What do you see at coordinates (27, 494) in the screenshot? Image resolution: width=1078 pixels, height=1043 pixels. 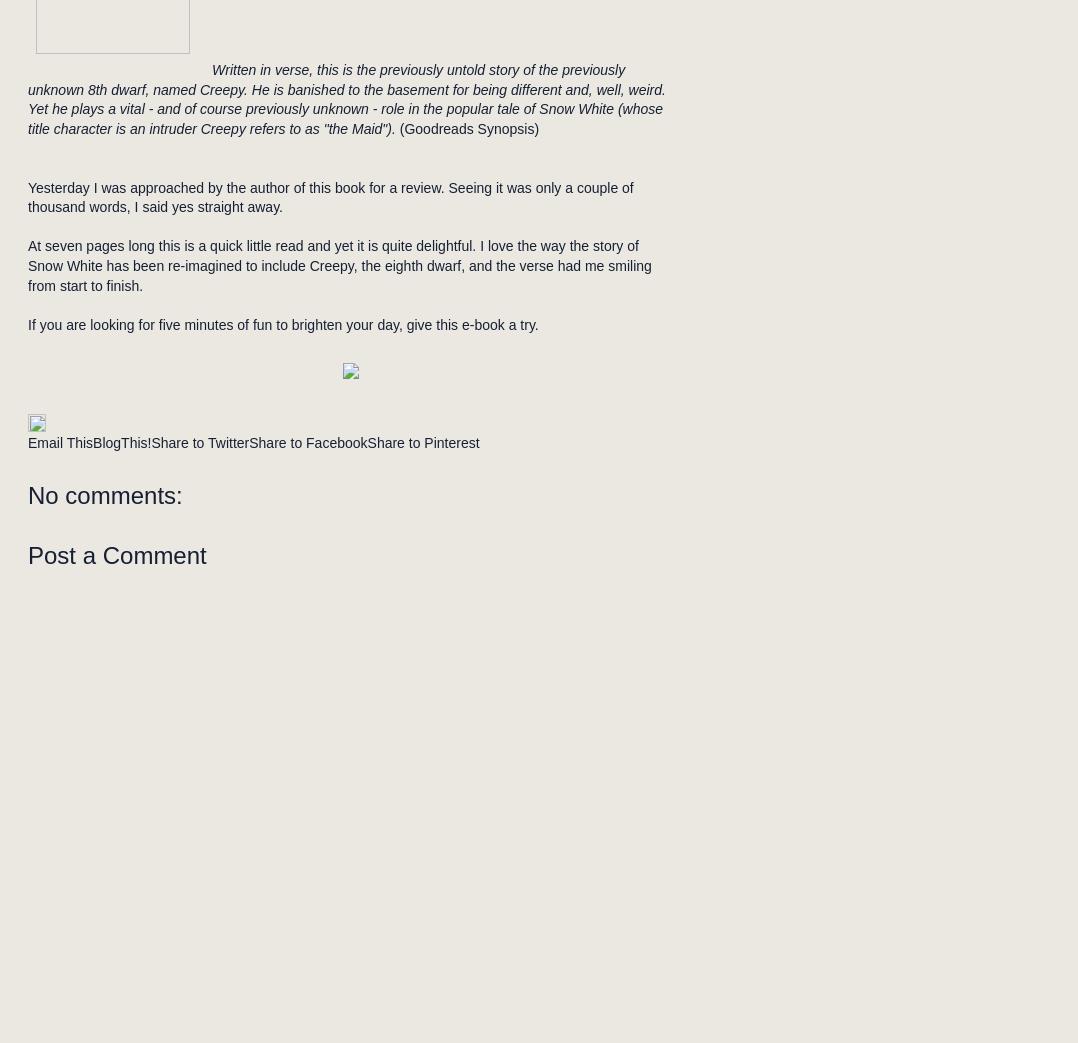 I see `'No comments:'` at bounding box center [27, 494].